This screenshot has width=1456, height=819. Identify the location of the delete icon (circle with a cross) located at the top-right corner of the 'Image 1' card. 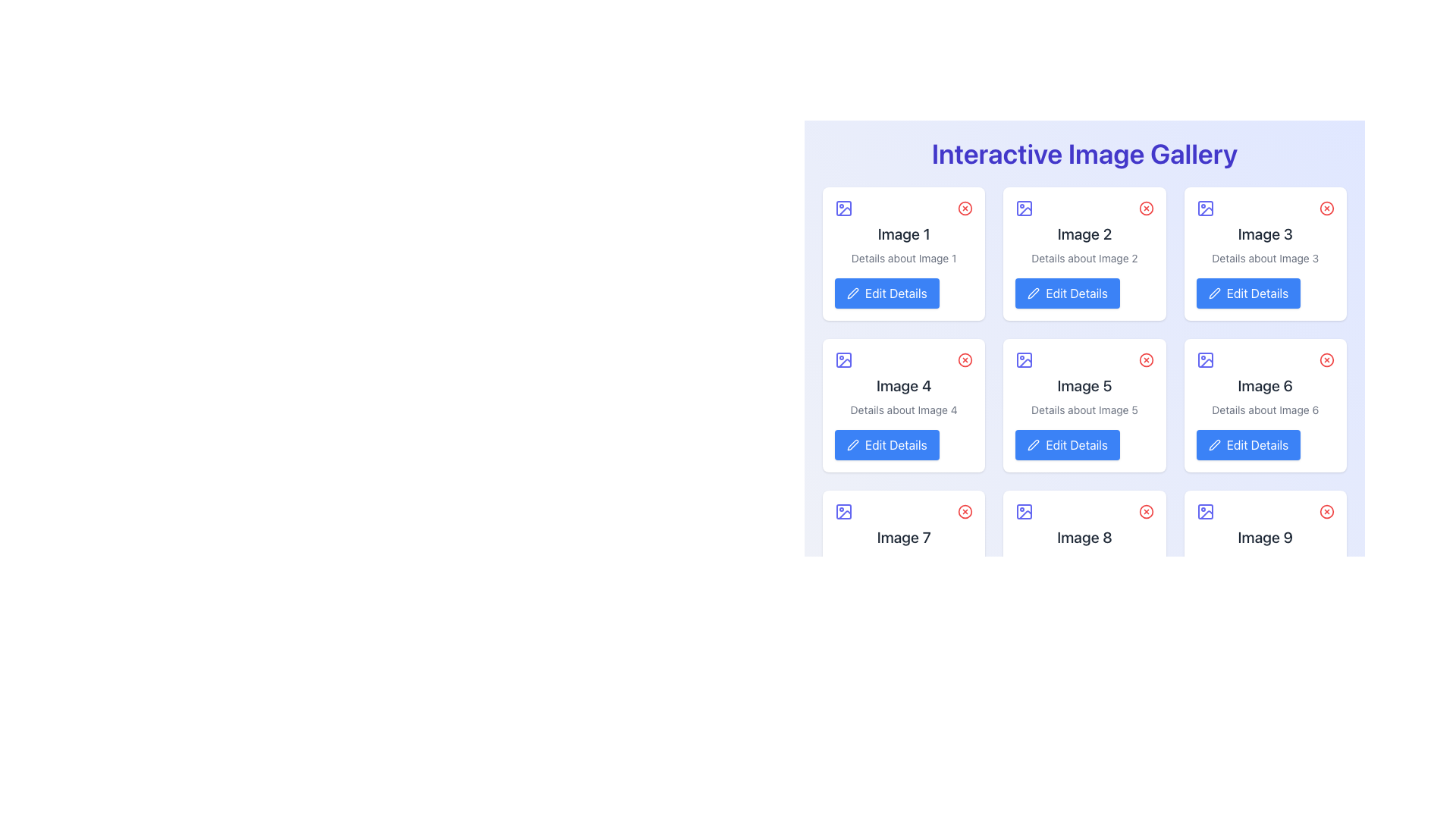
(965, 208).